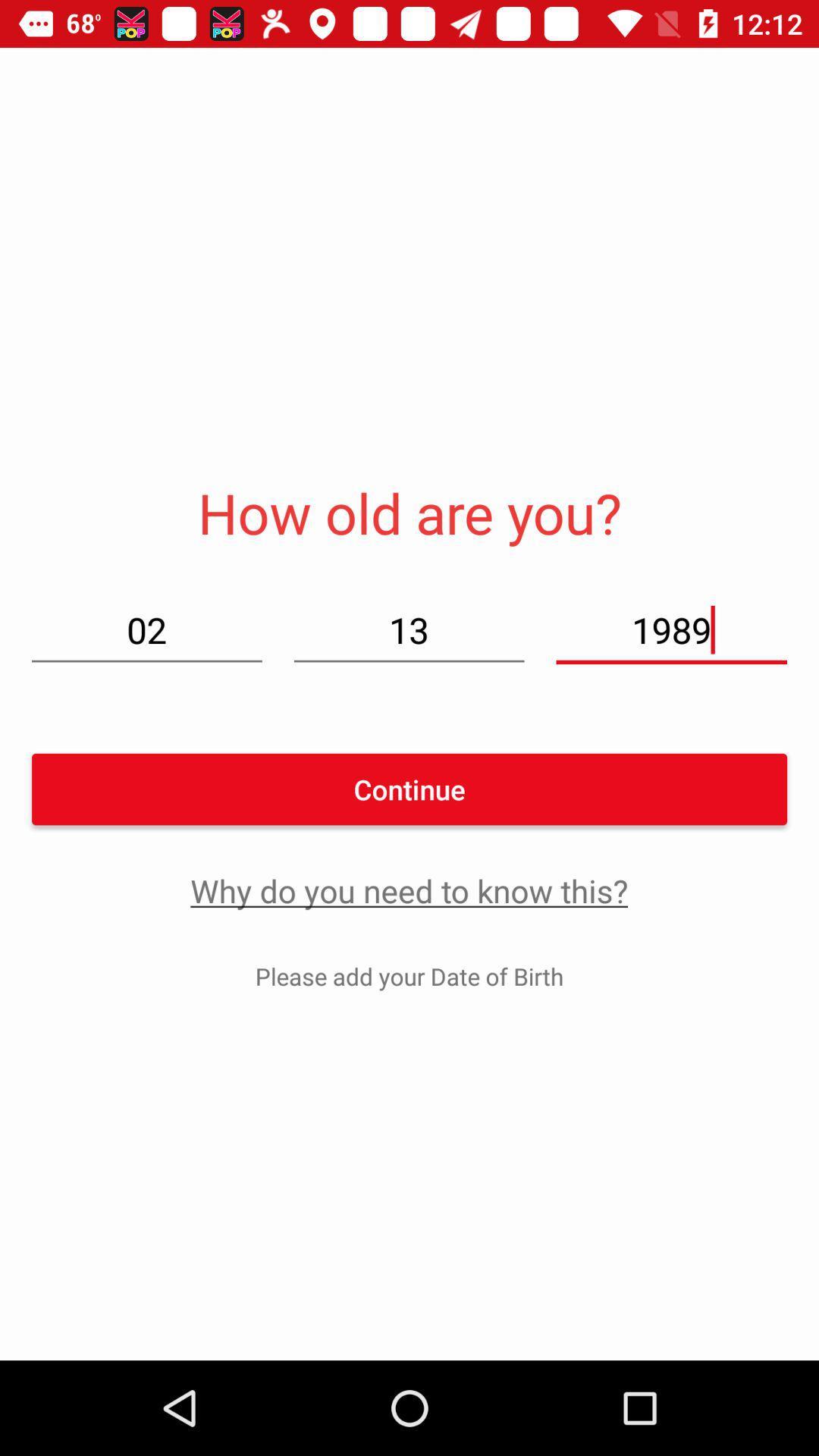  I want to click on item below the how old are, so click(408, 629).